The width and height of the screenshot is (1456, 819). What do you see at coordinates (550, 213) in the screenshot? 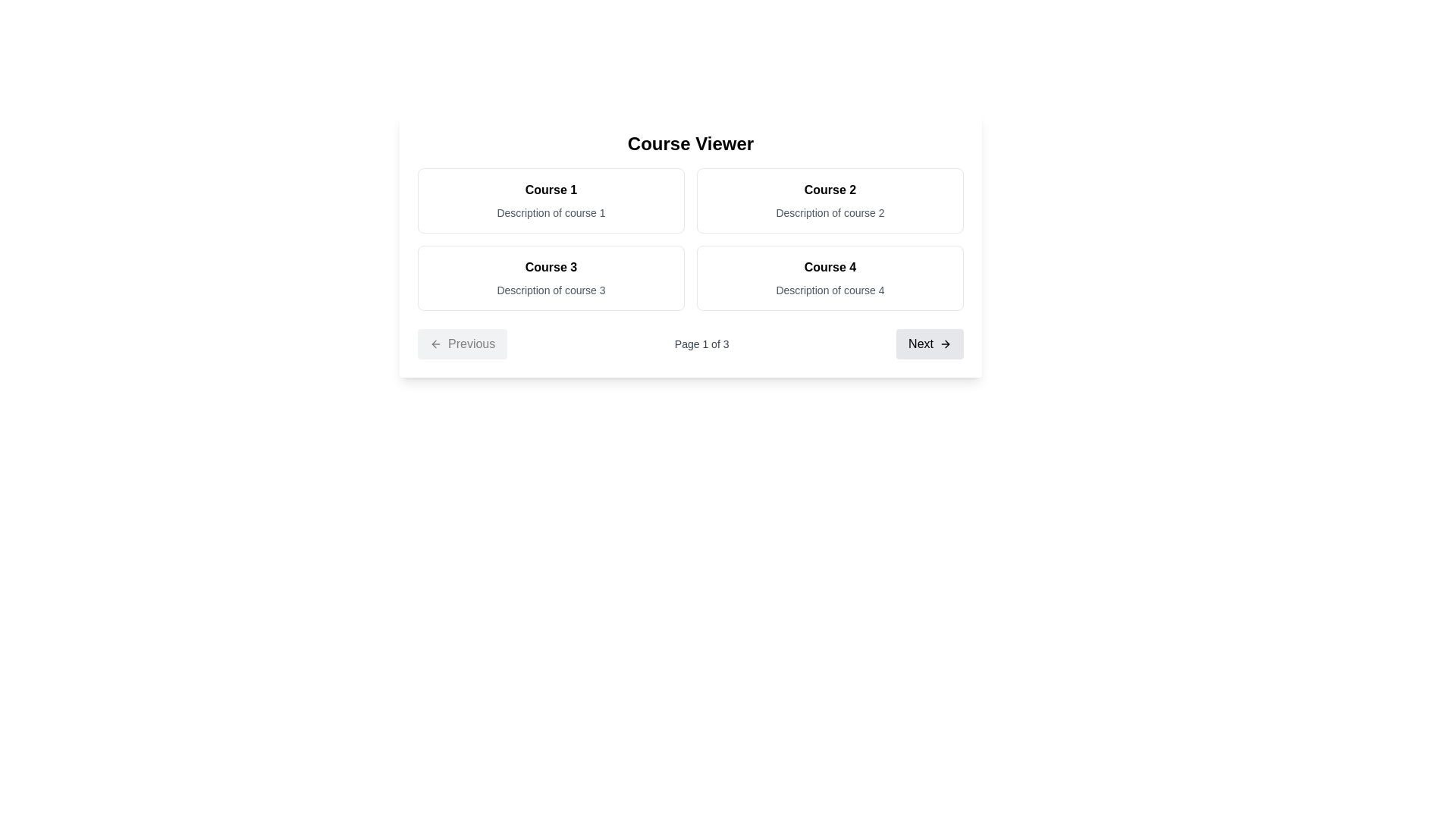
I see `the descriptive text label for 'Course 1', which is the second inline component within its box located in the top-left corner of the 'Course Viewer'` at bounding box center [550, 213].